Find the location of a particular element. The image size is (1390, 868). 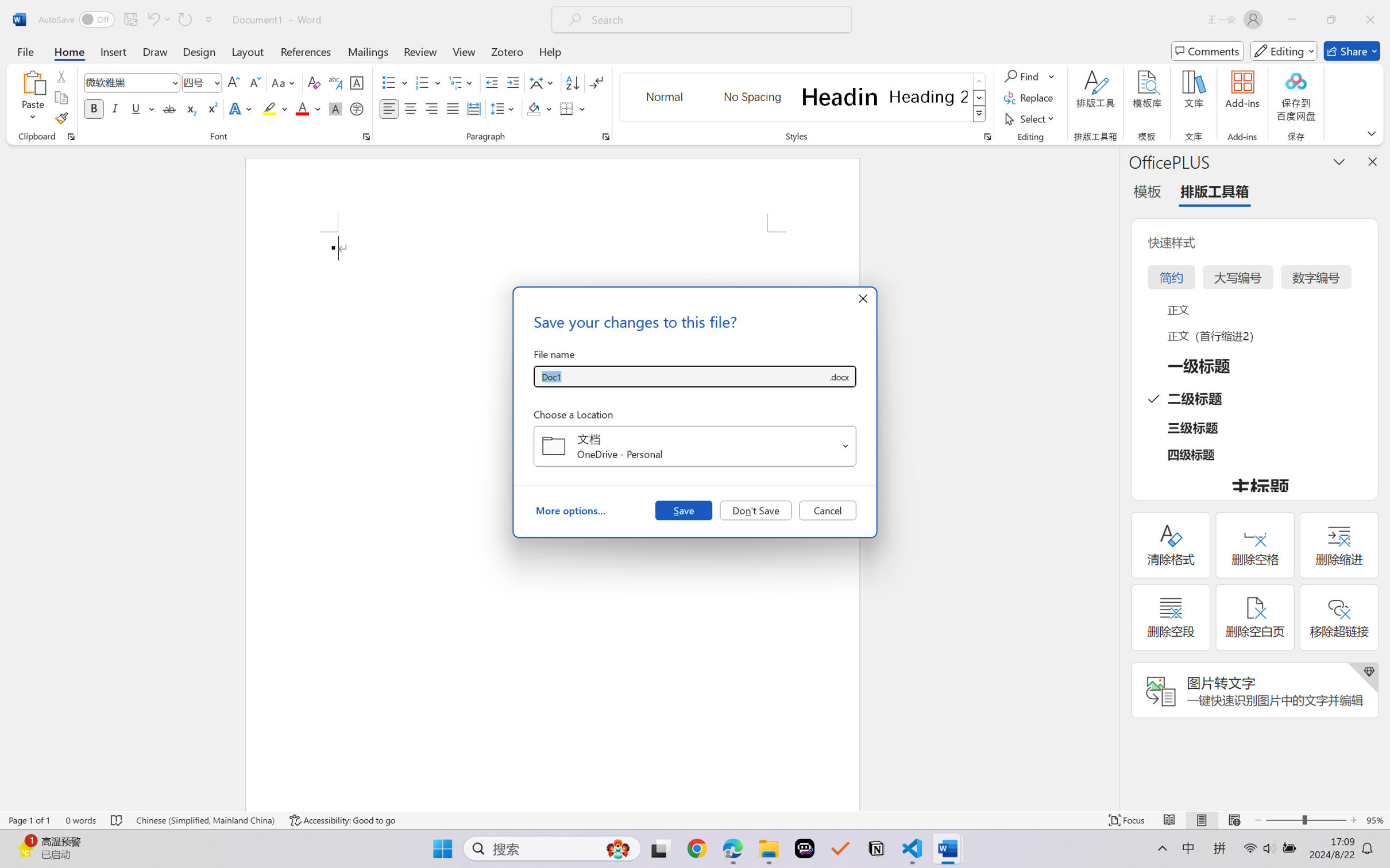

'Font Color Red' is located at coordinates (303, 108).